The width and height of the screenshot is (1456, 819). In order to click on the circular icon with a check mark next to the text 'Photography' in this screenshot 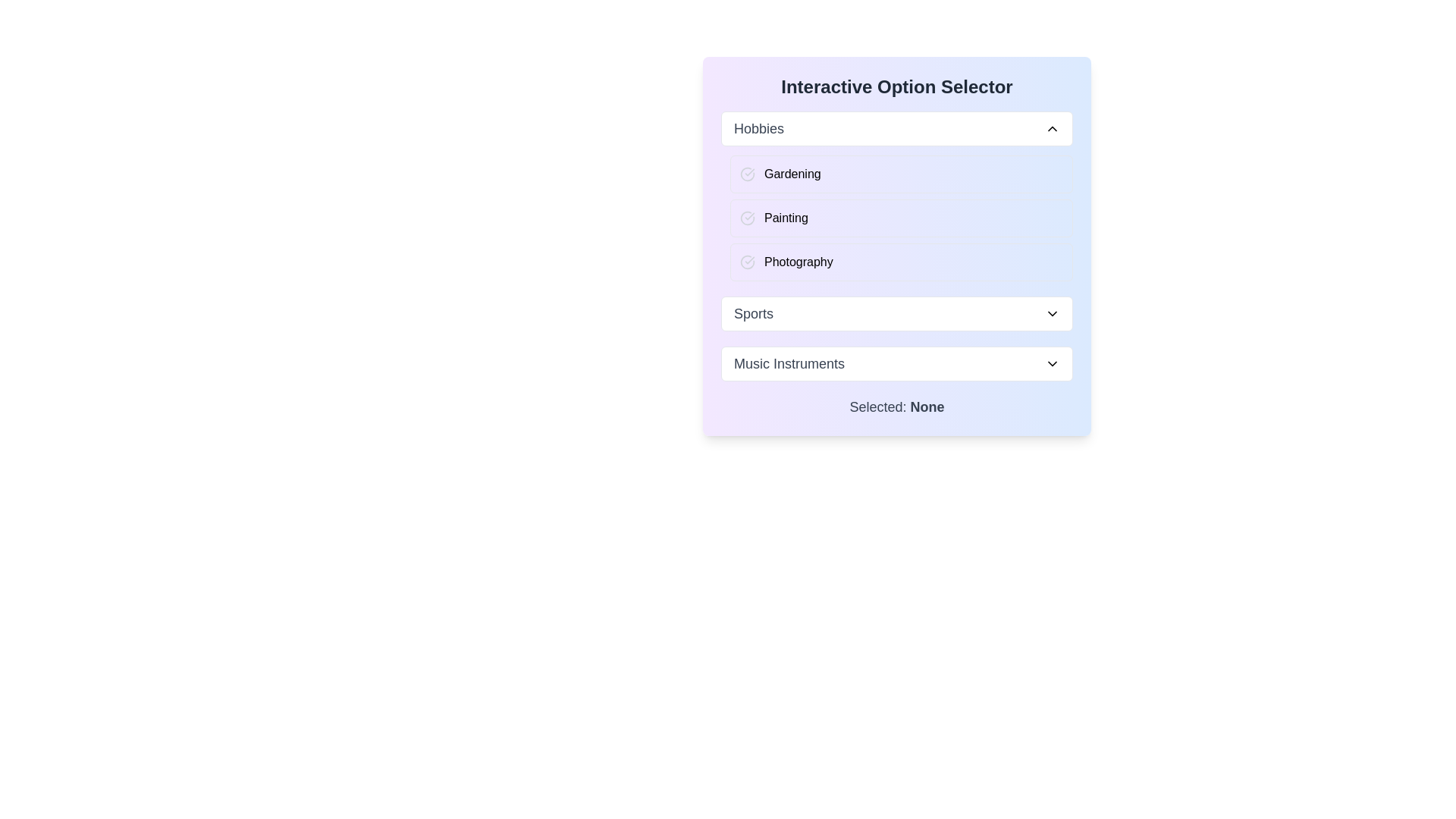, I will do `click(747, 262)`.